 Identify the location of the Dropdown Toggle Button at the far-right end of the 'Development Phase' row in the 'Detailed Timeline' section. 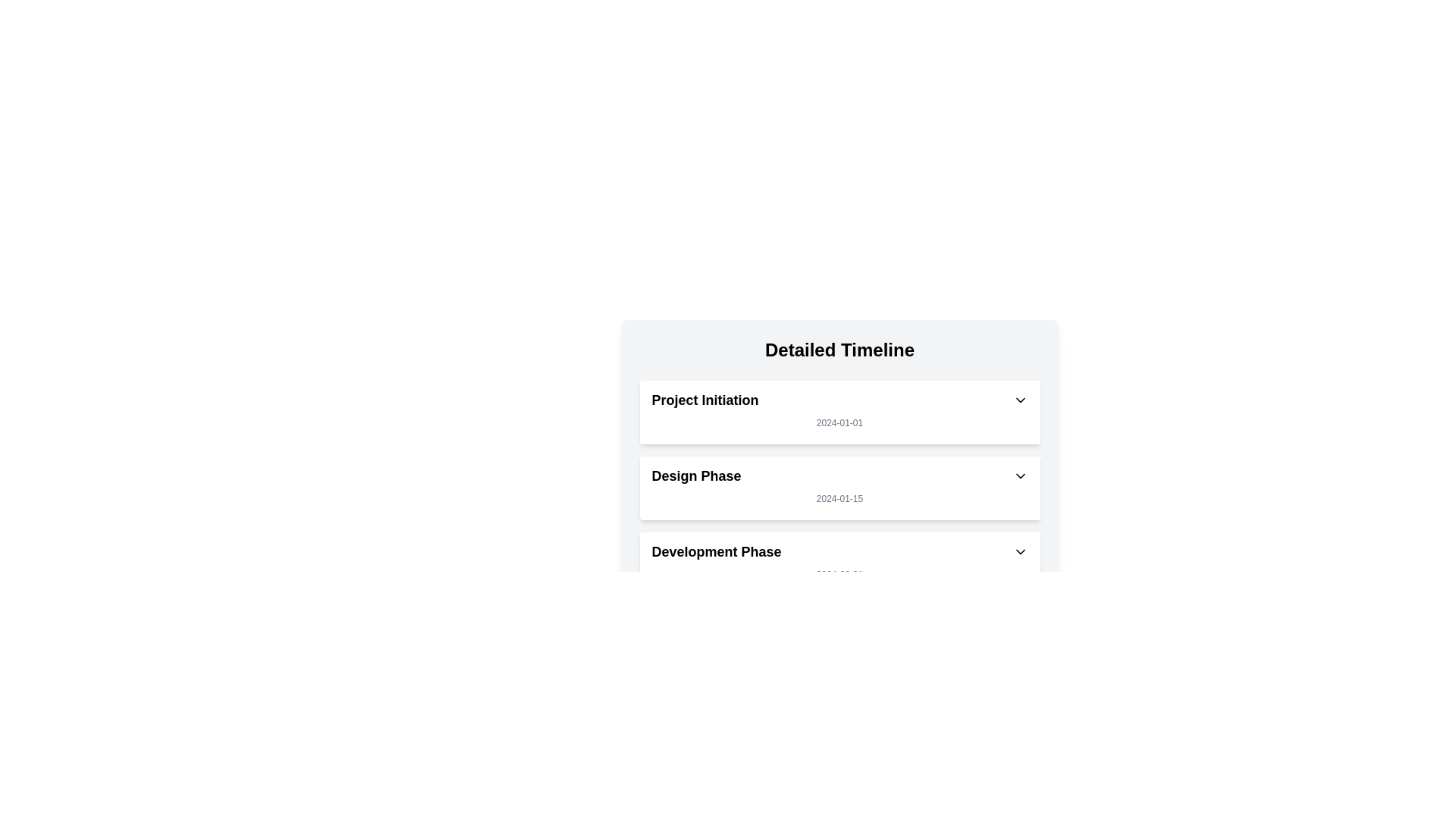
(1020, 552).